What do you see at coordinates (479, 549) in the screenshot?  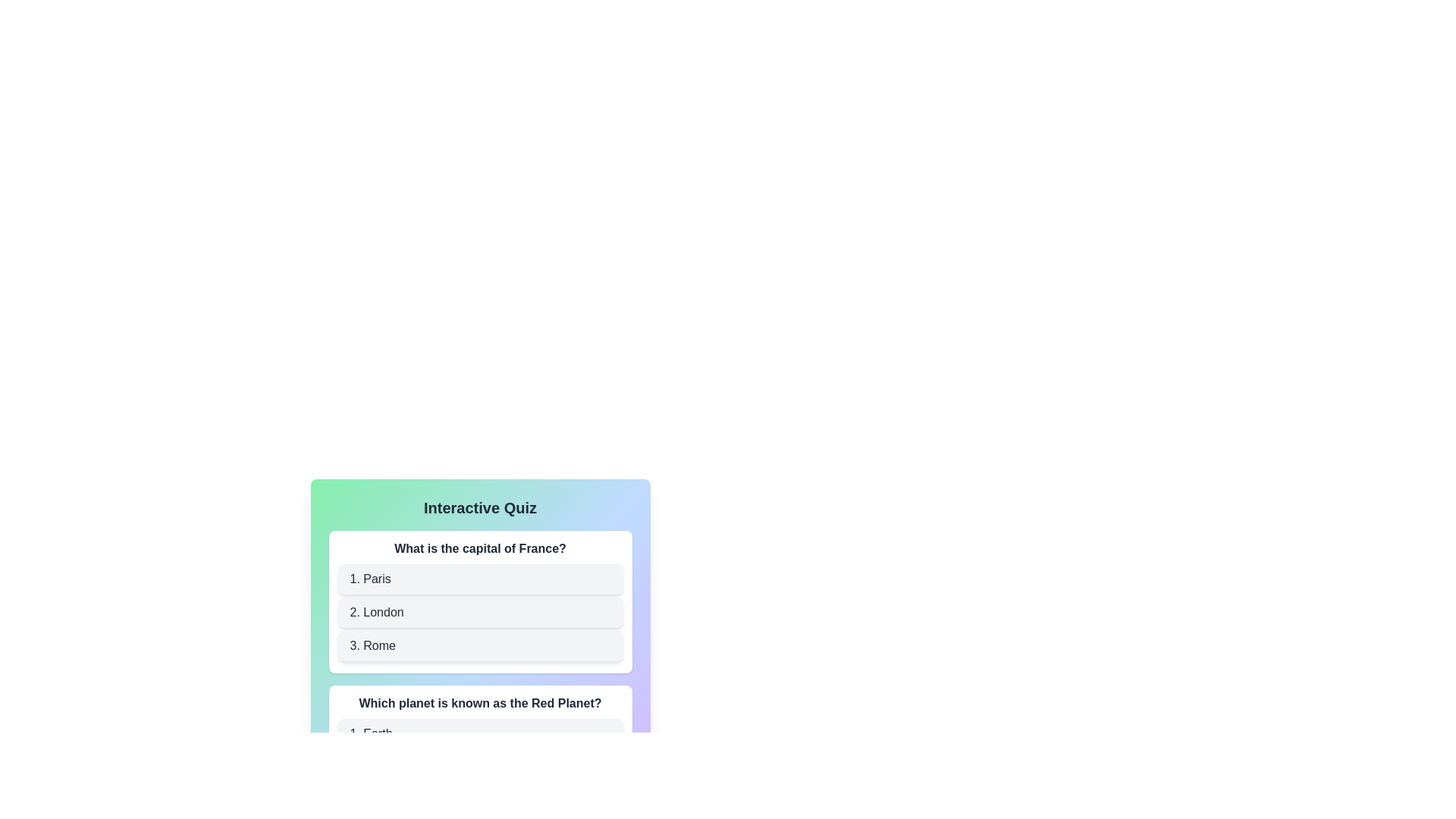 I see `text content of the bold text label stating 'What is the capital of France?', which is located above the answer options in the quiz interface` at bounding box center [479, 549].